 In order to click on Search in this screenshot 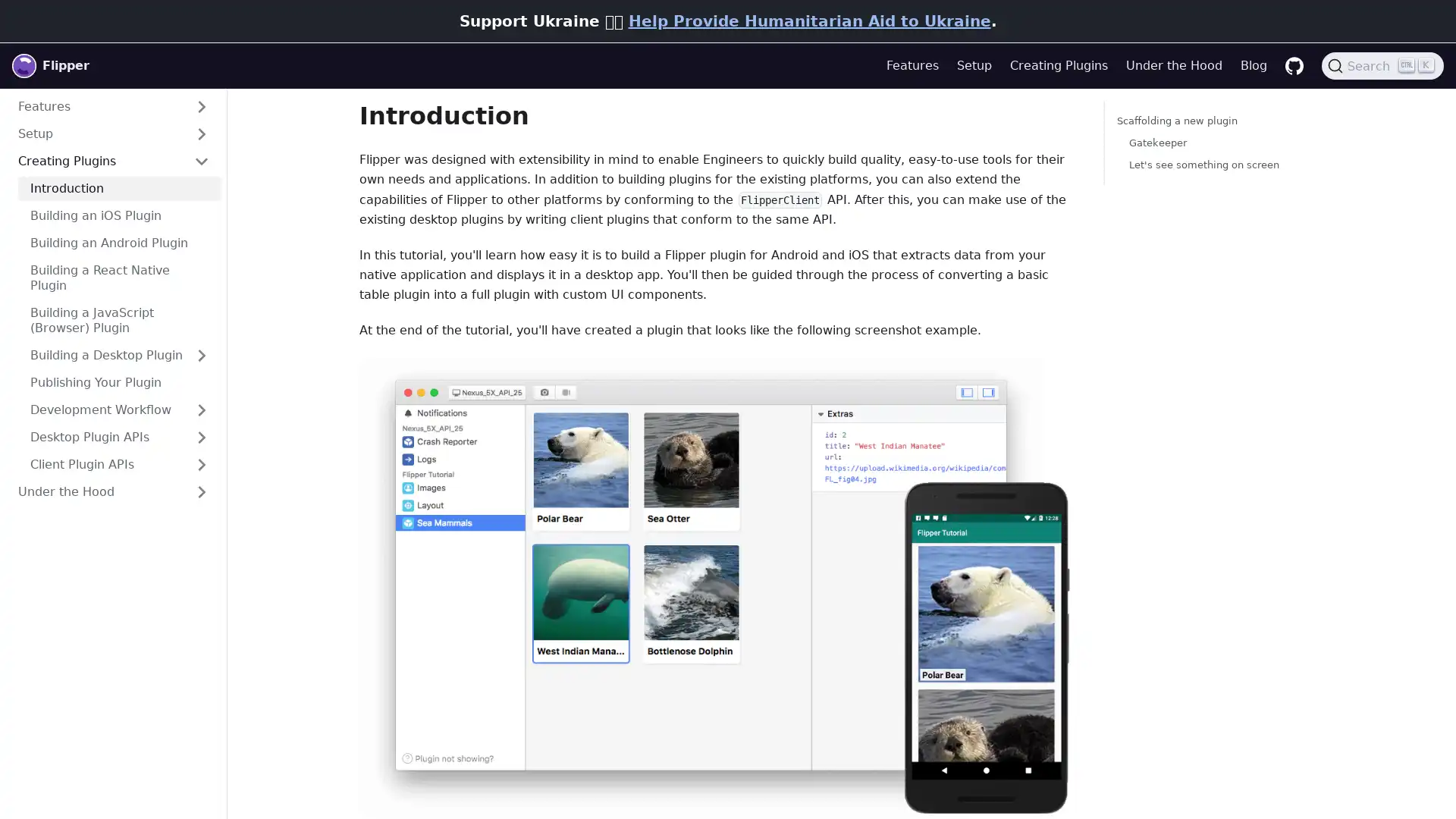, I will do `click(1382, 65)`.